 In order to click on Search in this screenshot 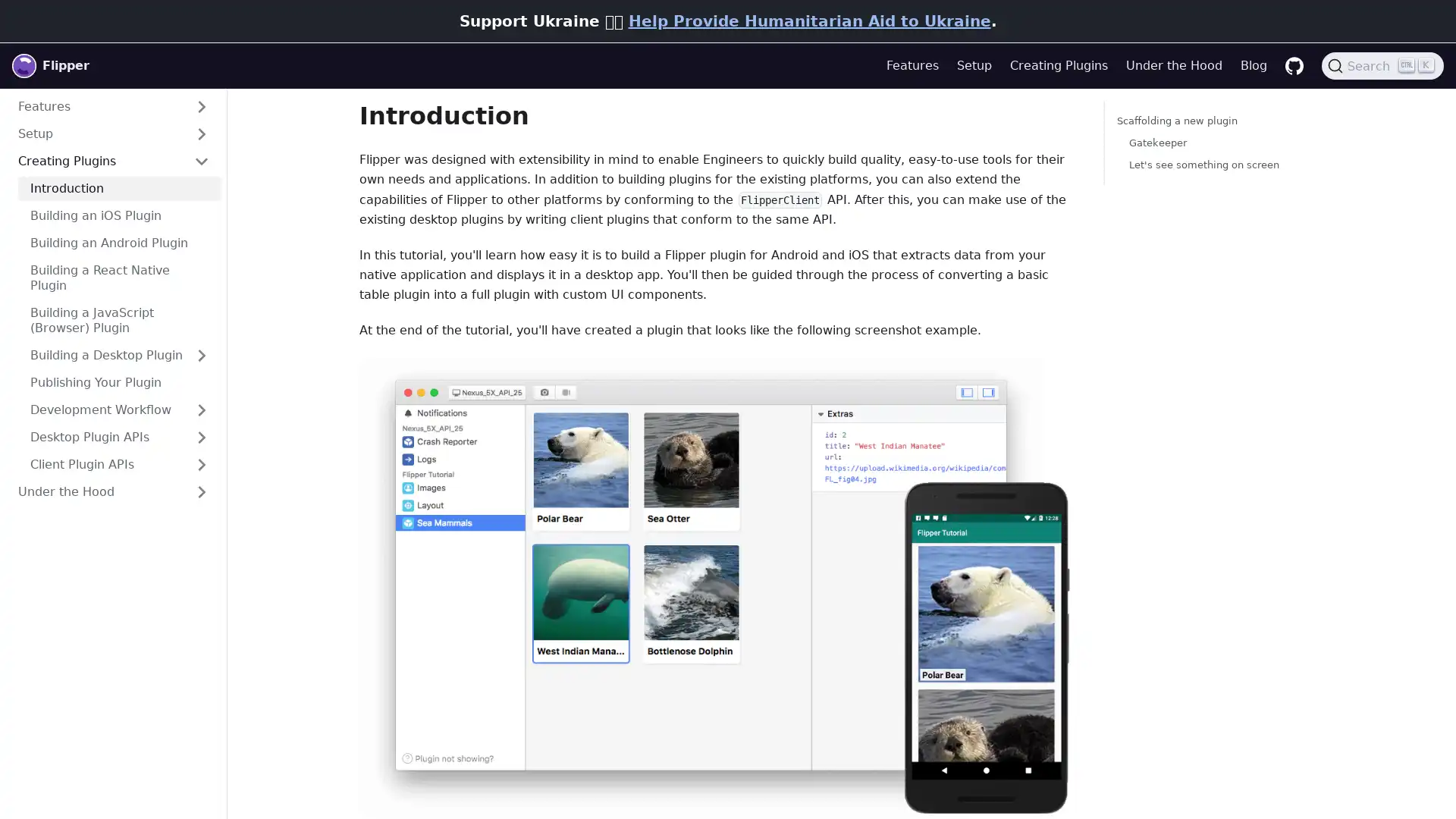, I will do `click(1382, 65)`.